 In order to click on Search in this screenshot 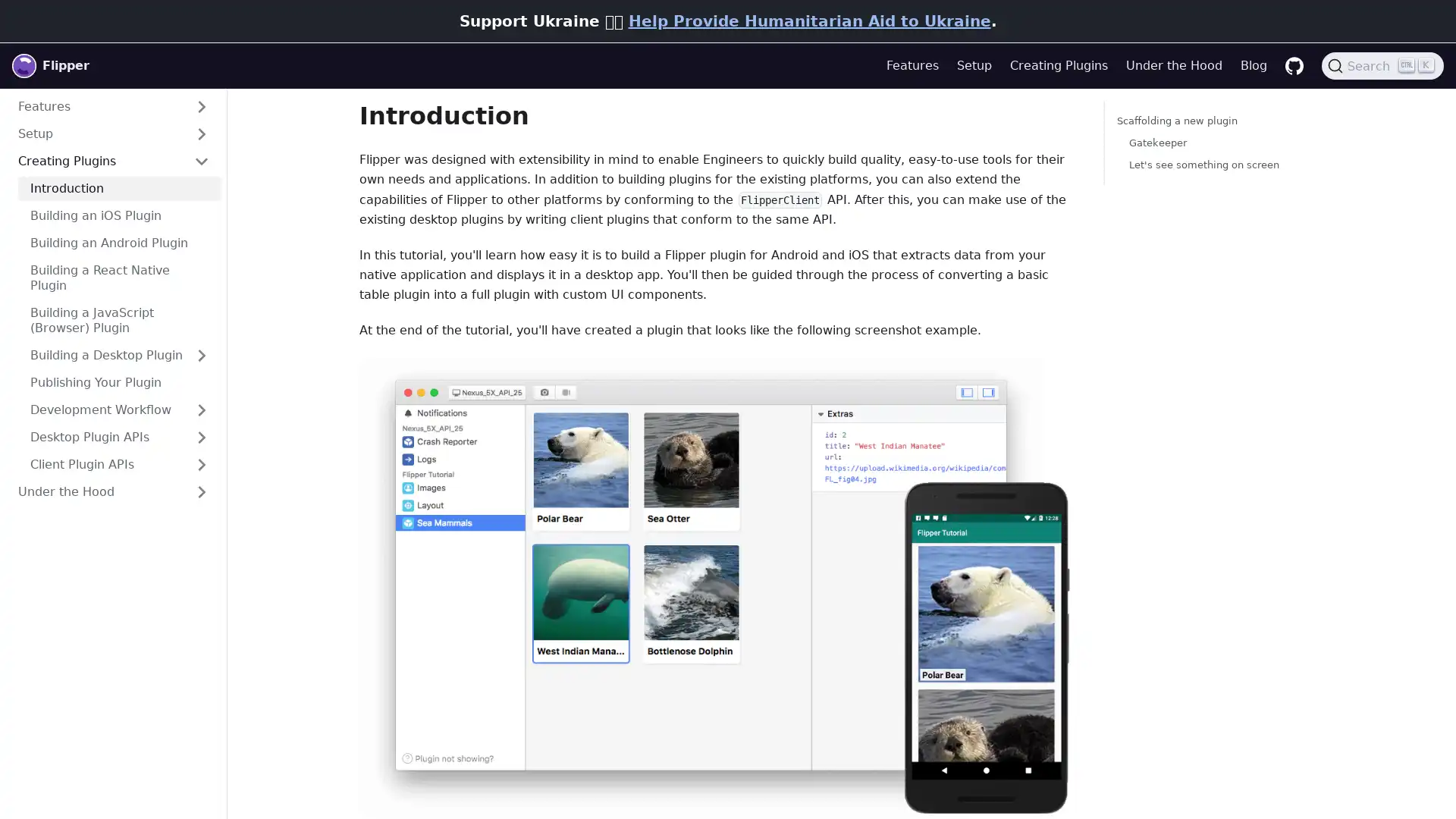, I will do `click(1382, 65)`.